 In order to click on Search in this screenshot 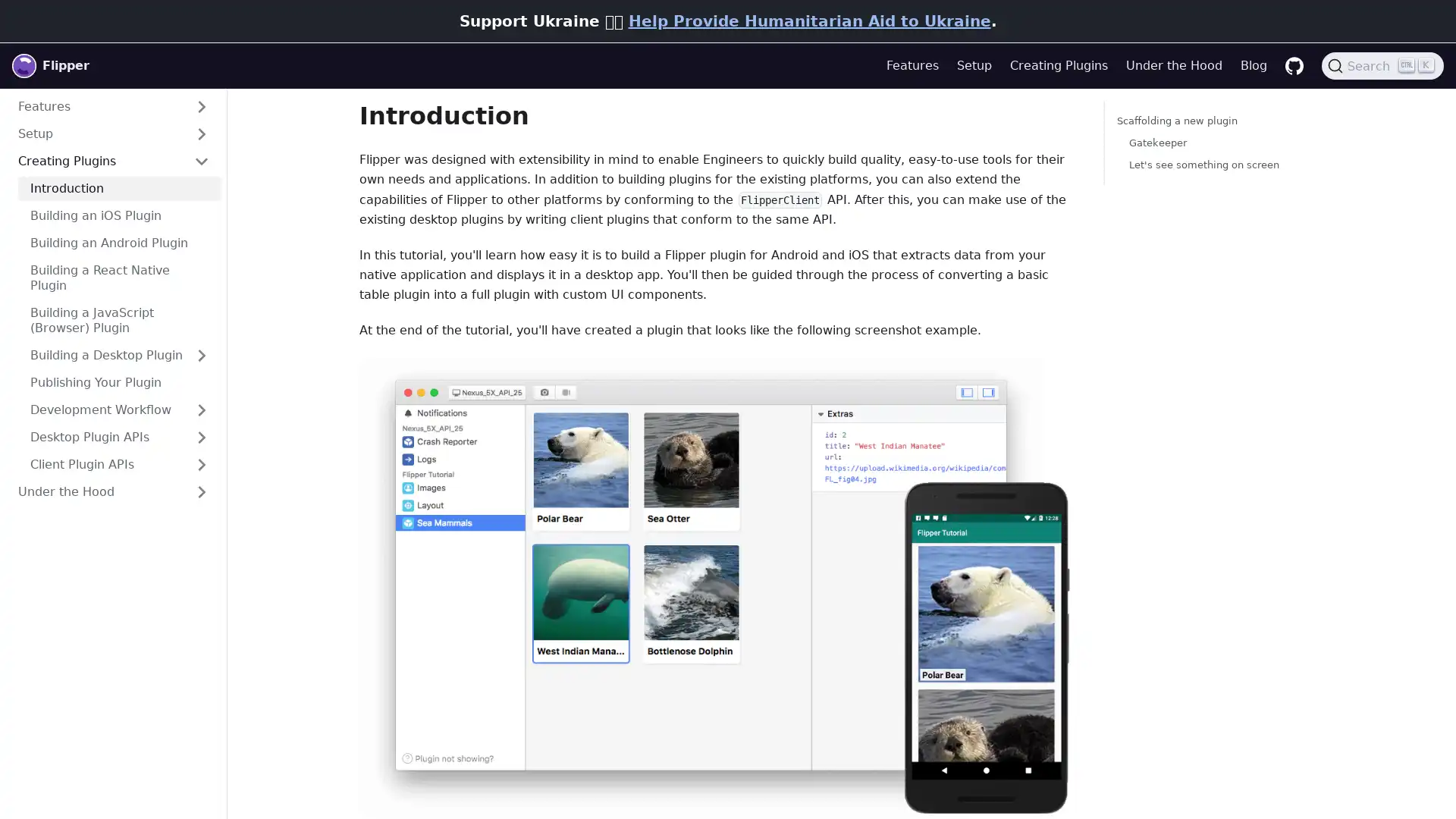, I will do `click(1382, 65)`.